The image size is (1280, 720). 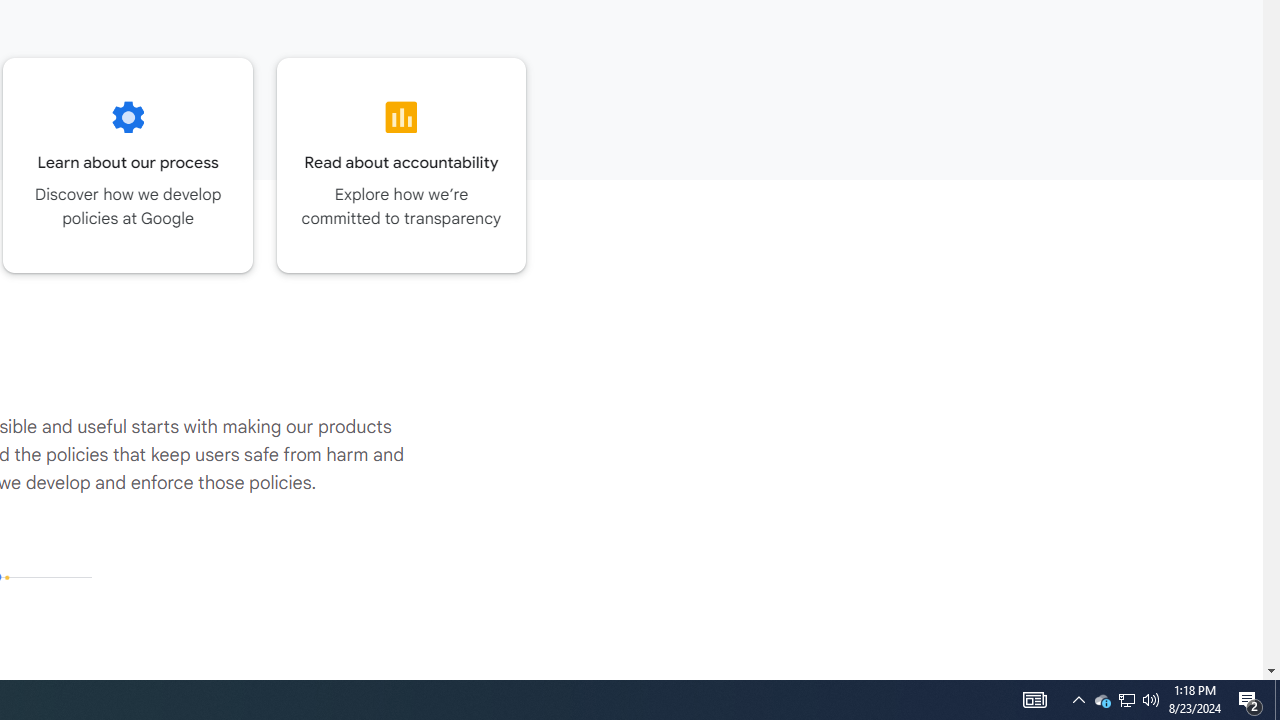 What do you see at coordinates (400, 164) in the screenshot?
I see `'Go to the Accountability page'` at bounding box center [400, 164].